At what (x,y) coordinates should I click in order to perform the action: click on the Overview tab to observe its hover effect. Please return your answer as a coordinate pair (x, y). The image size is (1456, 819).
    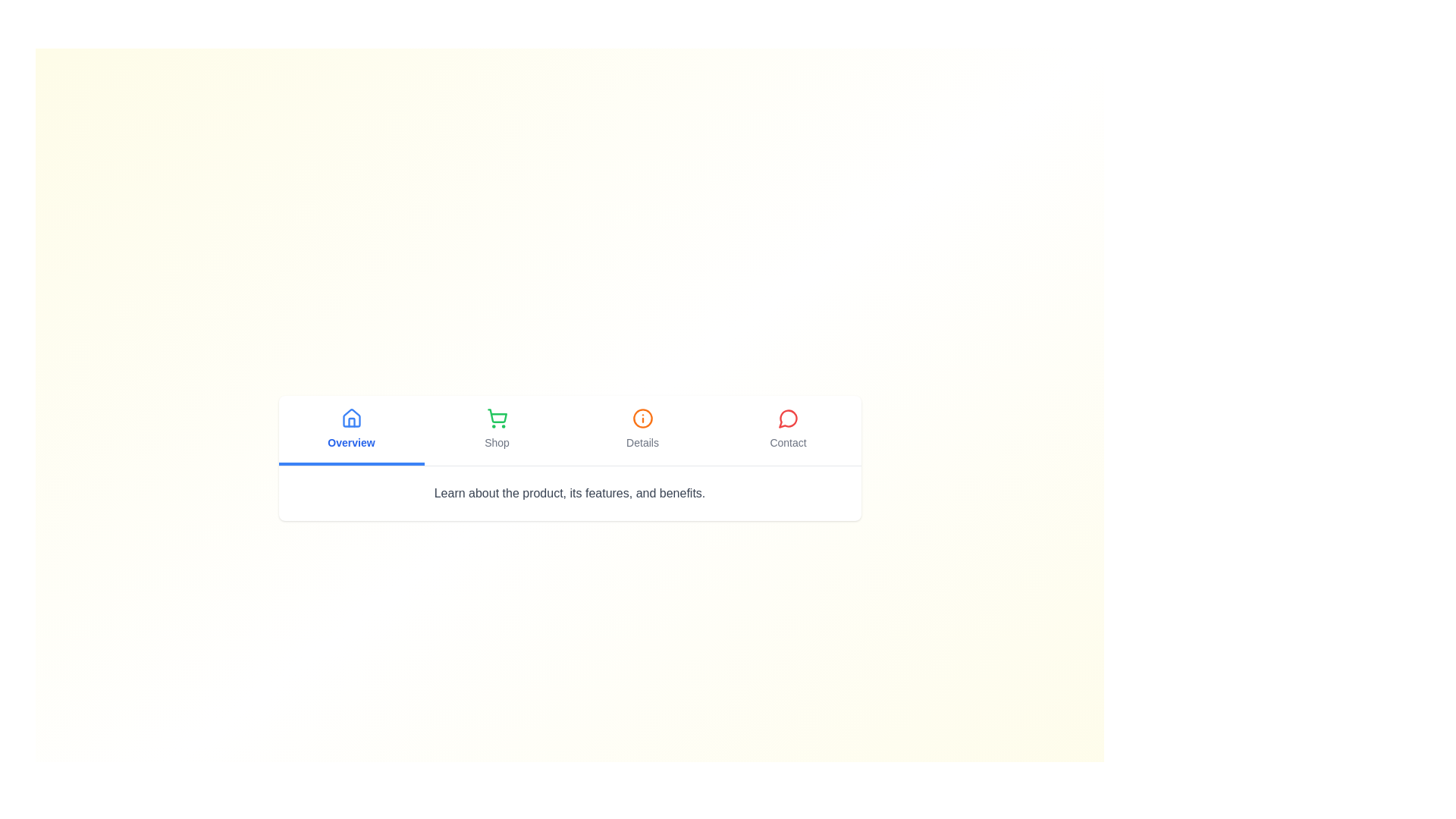
    Looking at the image, I should click on (350, 430).